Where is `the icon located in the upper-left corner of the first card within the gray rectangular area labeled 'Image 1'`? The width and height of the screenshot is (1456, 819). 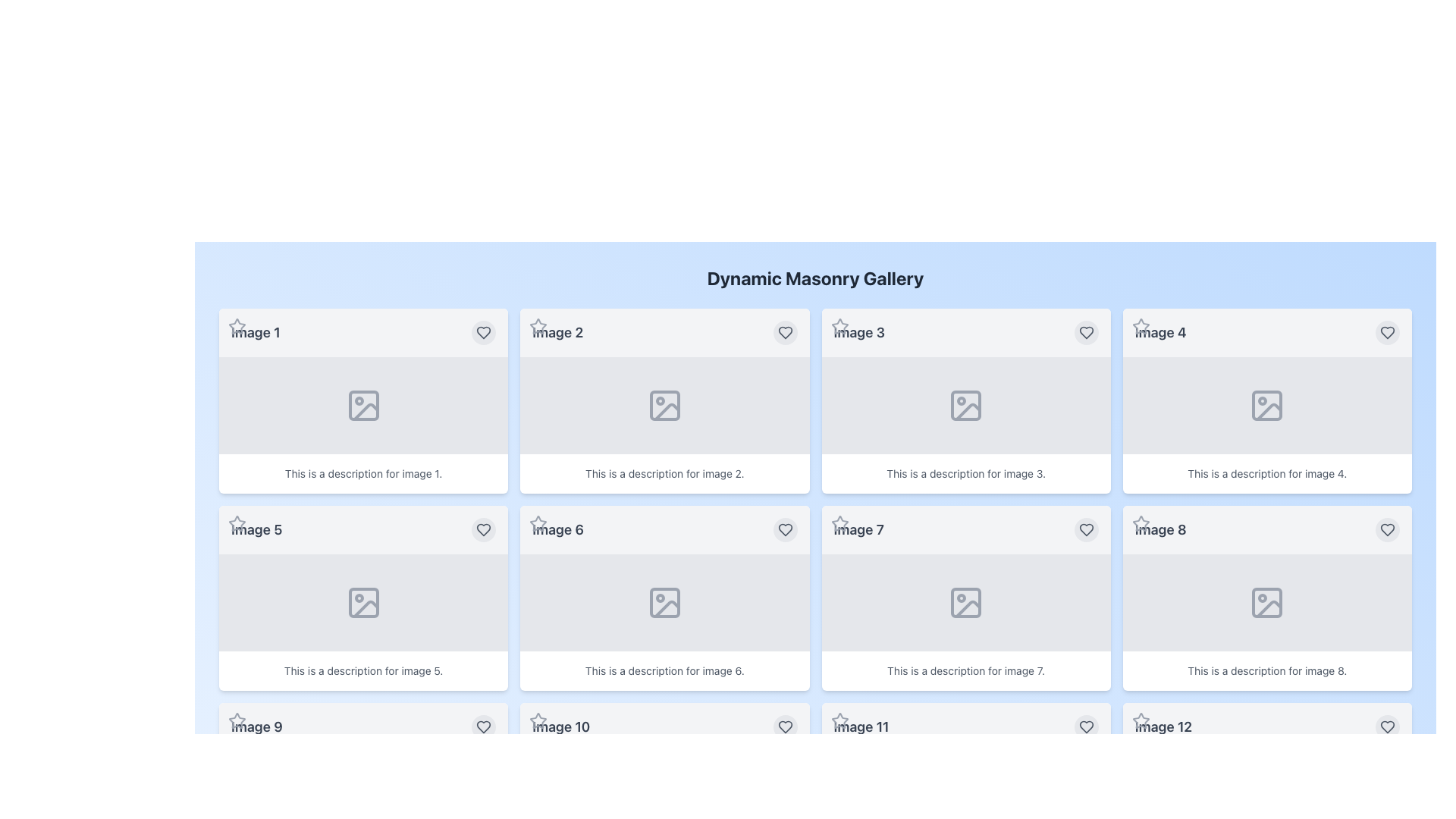
the icon located in the upper-left corner of the first card within the gray rectangular area labeled 'Image 1' is located at coordinates (362, 405).